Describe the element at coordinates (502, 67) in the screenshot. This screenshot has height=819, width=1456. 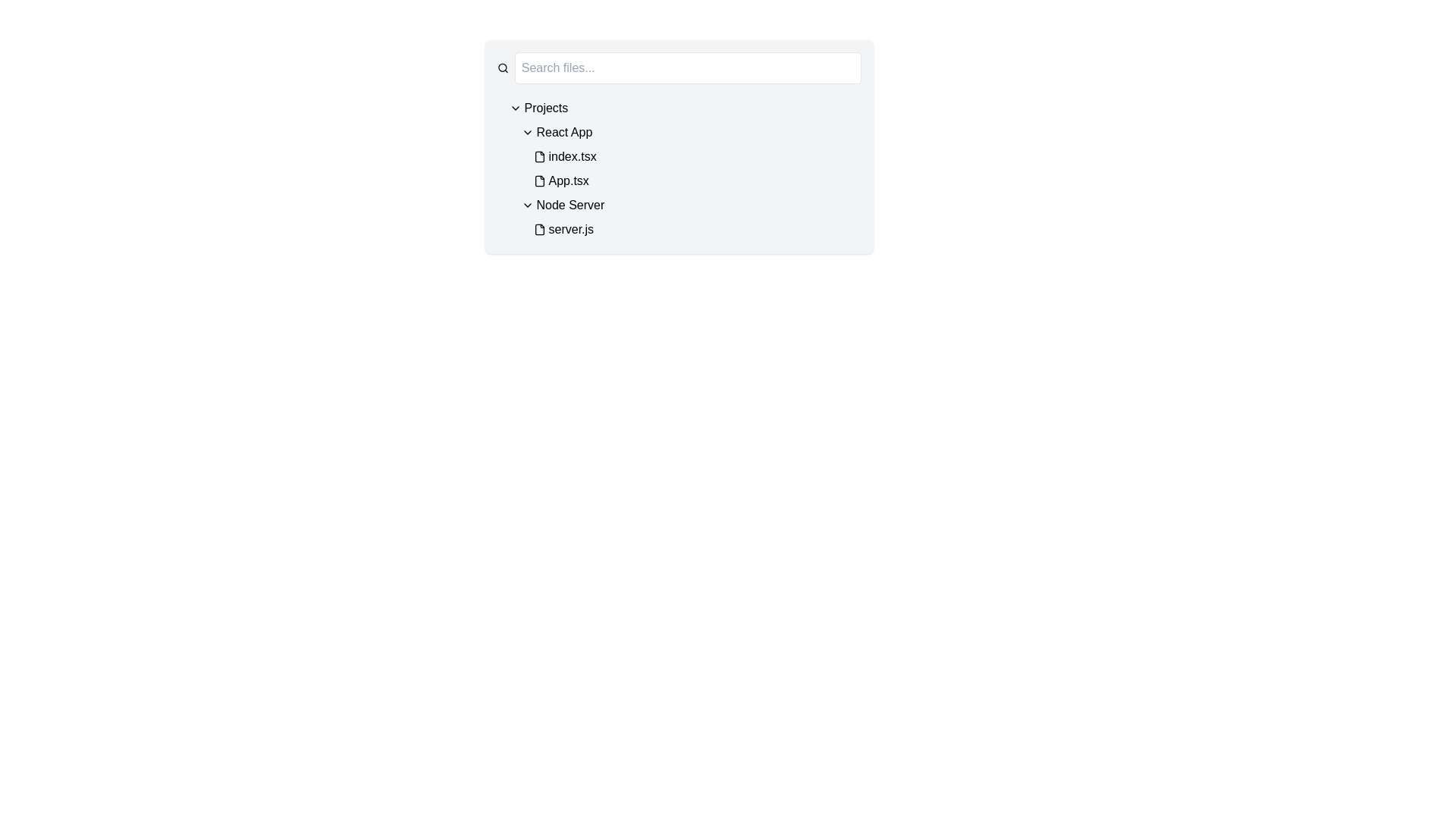
I see `the central circular shape of the search icon, which is an SVG circle with a radius of approximately 8px and a thin black outline, located near the top-left corner of the search field` at that location.